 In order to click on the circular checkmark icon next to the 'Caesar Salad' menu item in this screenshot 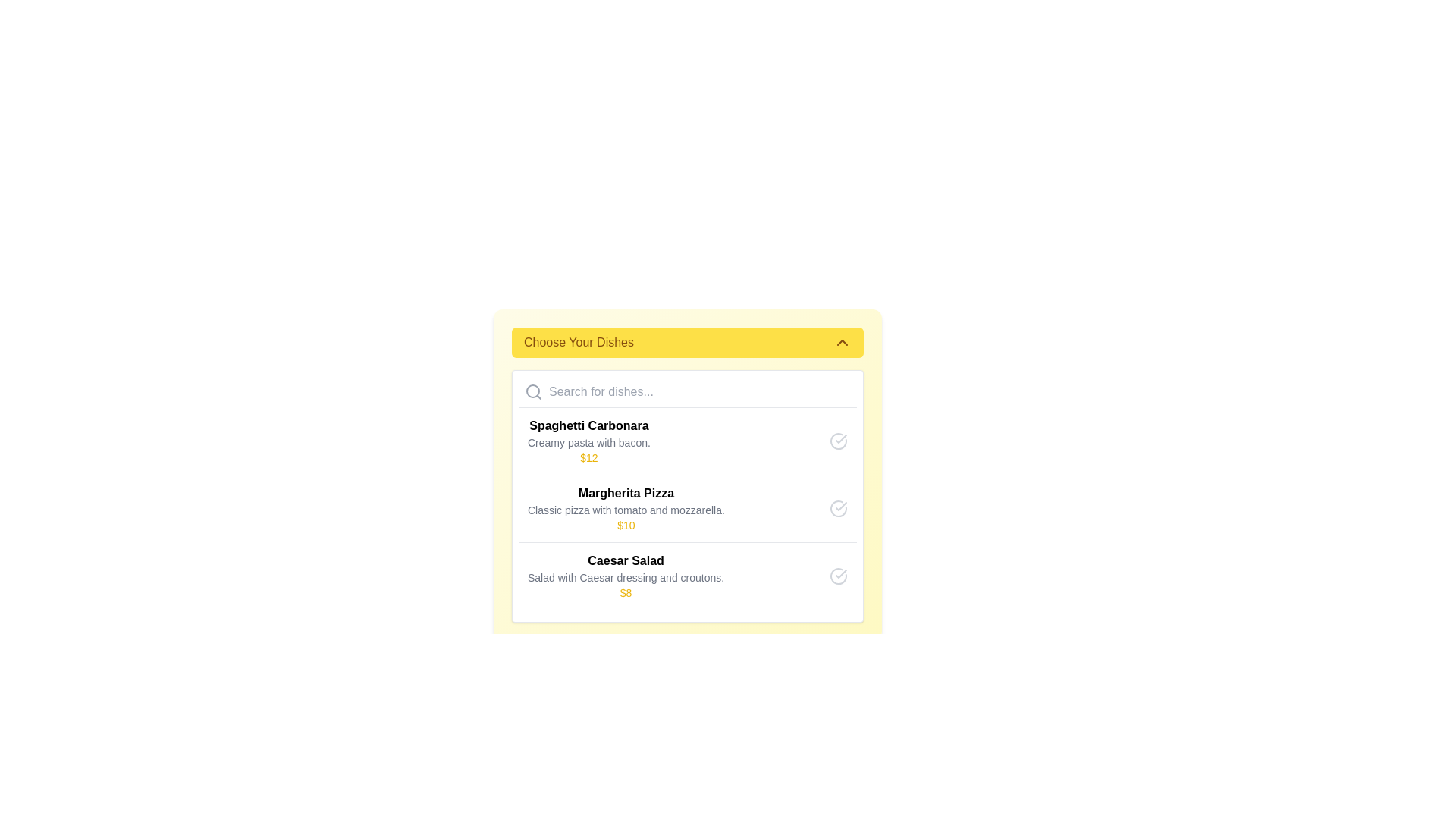, I will do `click(837, 576)`.